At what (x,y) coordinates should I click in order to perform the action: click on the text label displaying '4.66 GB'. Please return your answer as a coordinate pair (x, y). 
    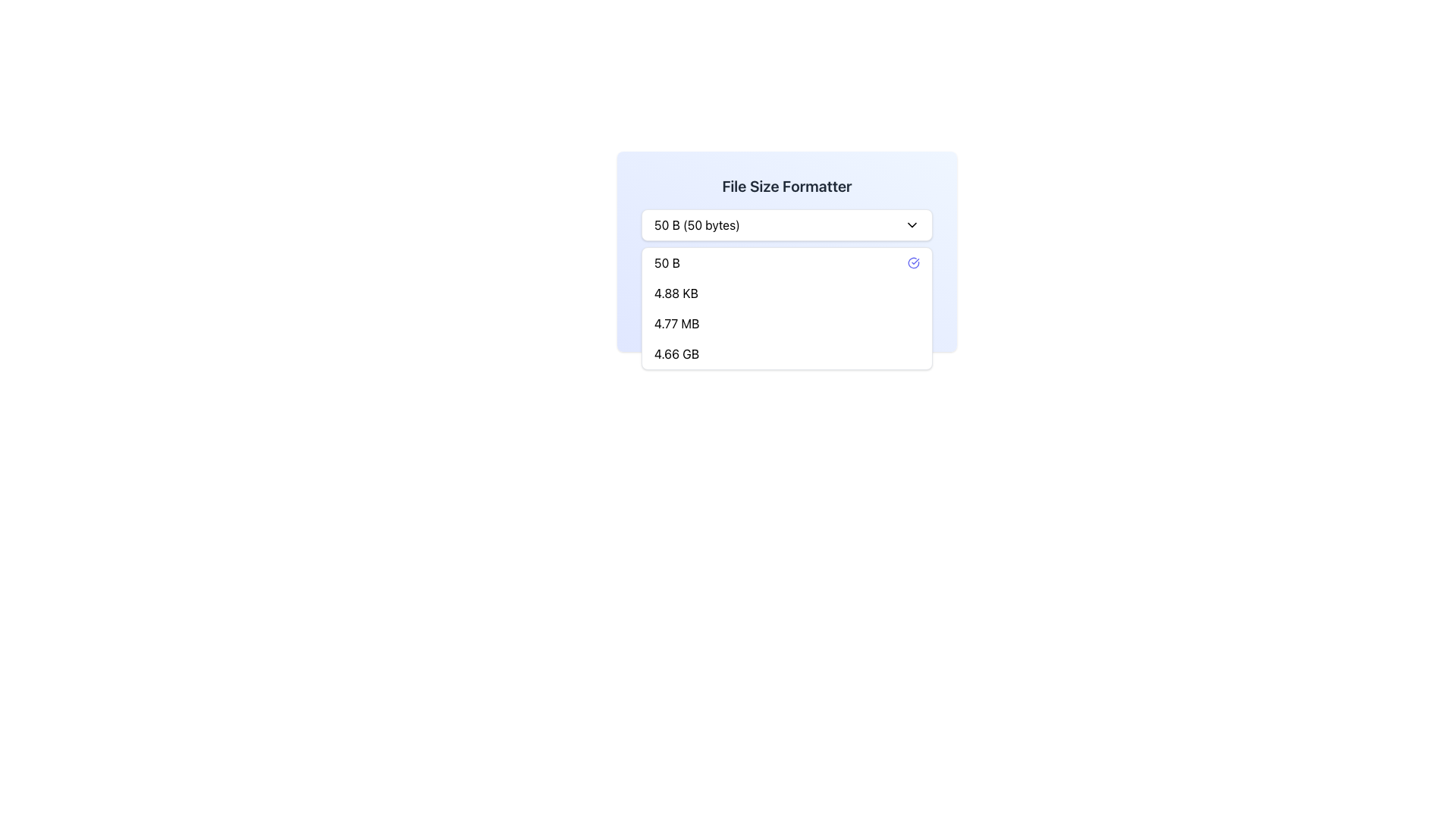
    Looking at the image, I should click on (676, 353).